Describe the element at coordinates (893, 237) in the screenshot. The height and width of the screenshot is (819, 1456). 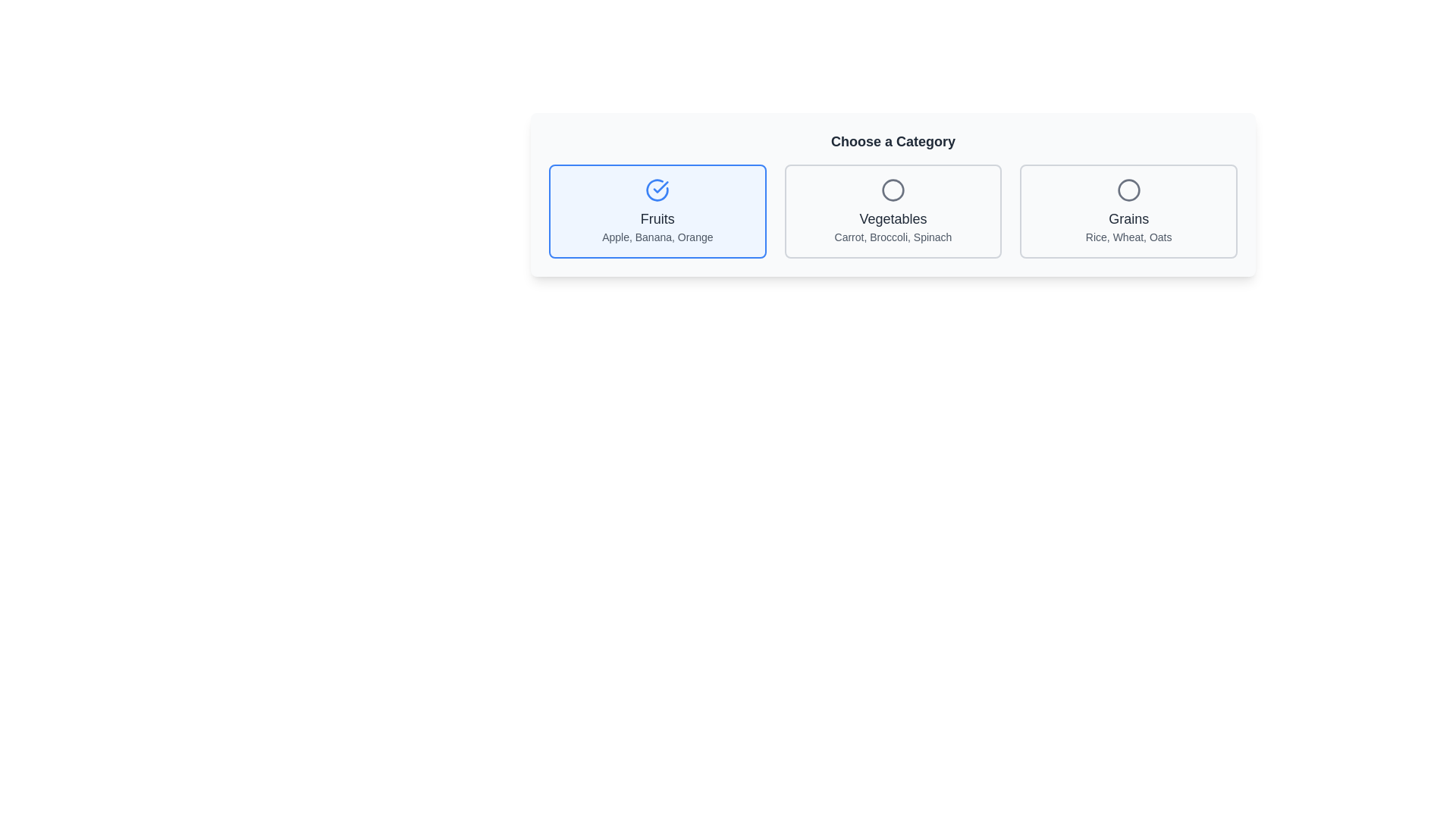
I see `the text label displaying 'Carrot, Broccoli, Spinach' within the 'Vegetables' card, located below the title 'Vegetables'` at that location.